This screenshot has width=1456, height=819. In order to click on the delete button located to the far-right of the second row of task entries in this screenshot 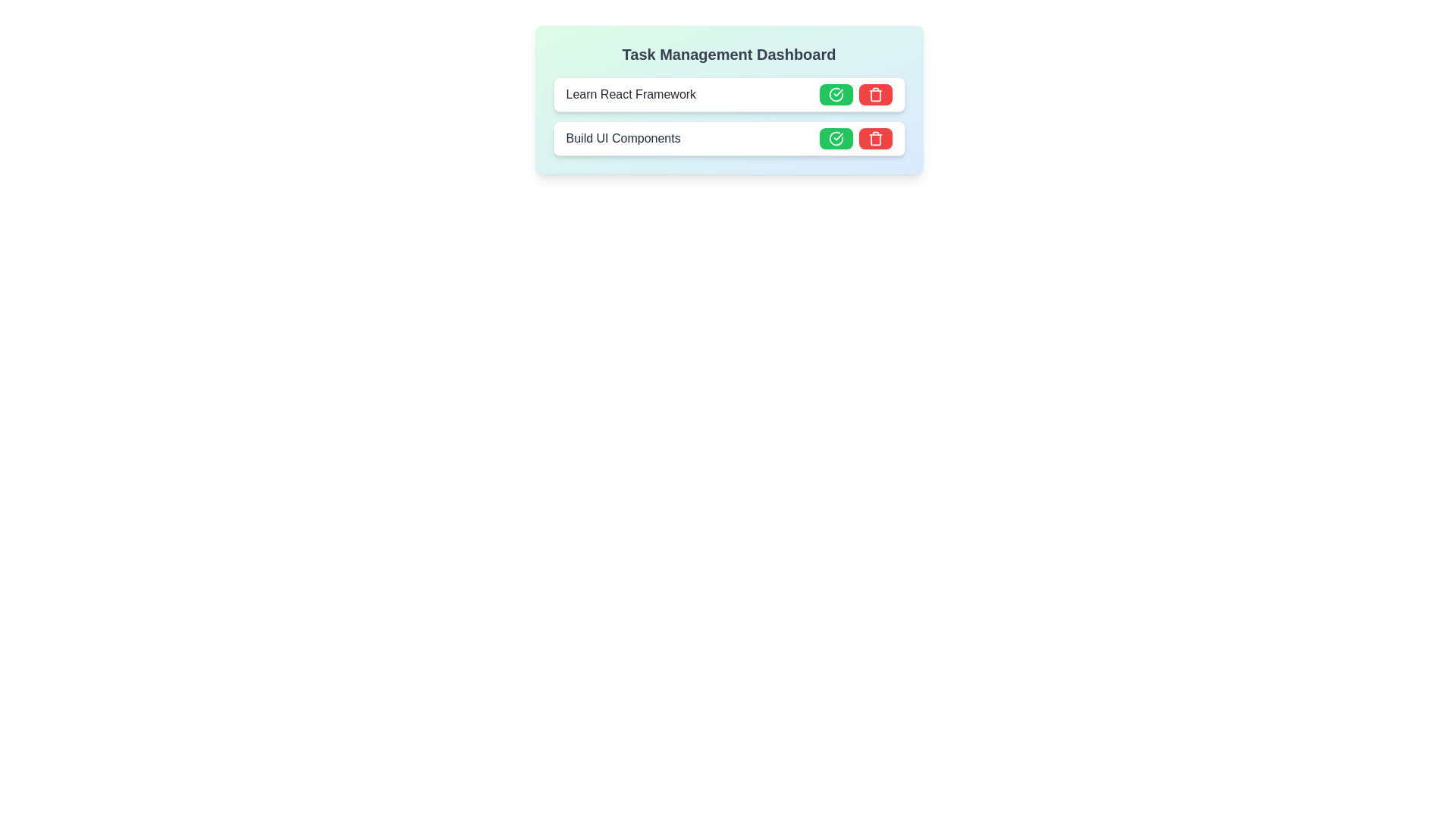, I will do `click(875, 94)`.